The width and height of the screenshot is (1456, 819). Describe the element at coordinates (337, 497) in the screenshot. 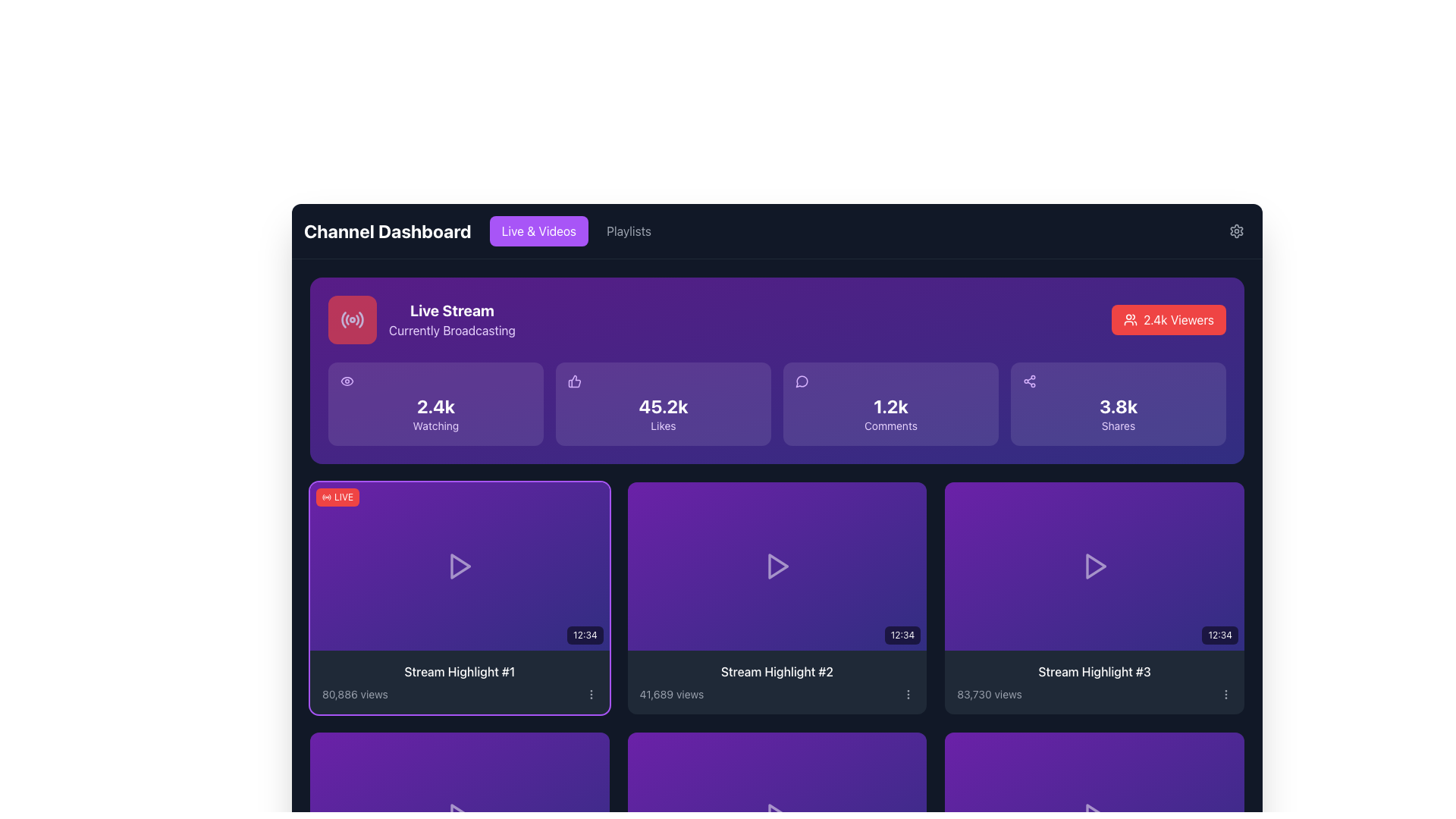

I see `the live broadcast badge located at the top-left of the video thumbnail in the grid of video highlights` at that location.